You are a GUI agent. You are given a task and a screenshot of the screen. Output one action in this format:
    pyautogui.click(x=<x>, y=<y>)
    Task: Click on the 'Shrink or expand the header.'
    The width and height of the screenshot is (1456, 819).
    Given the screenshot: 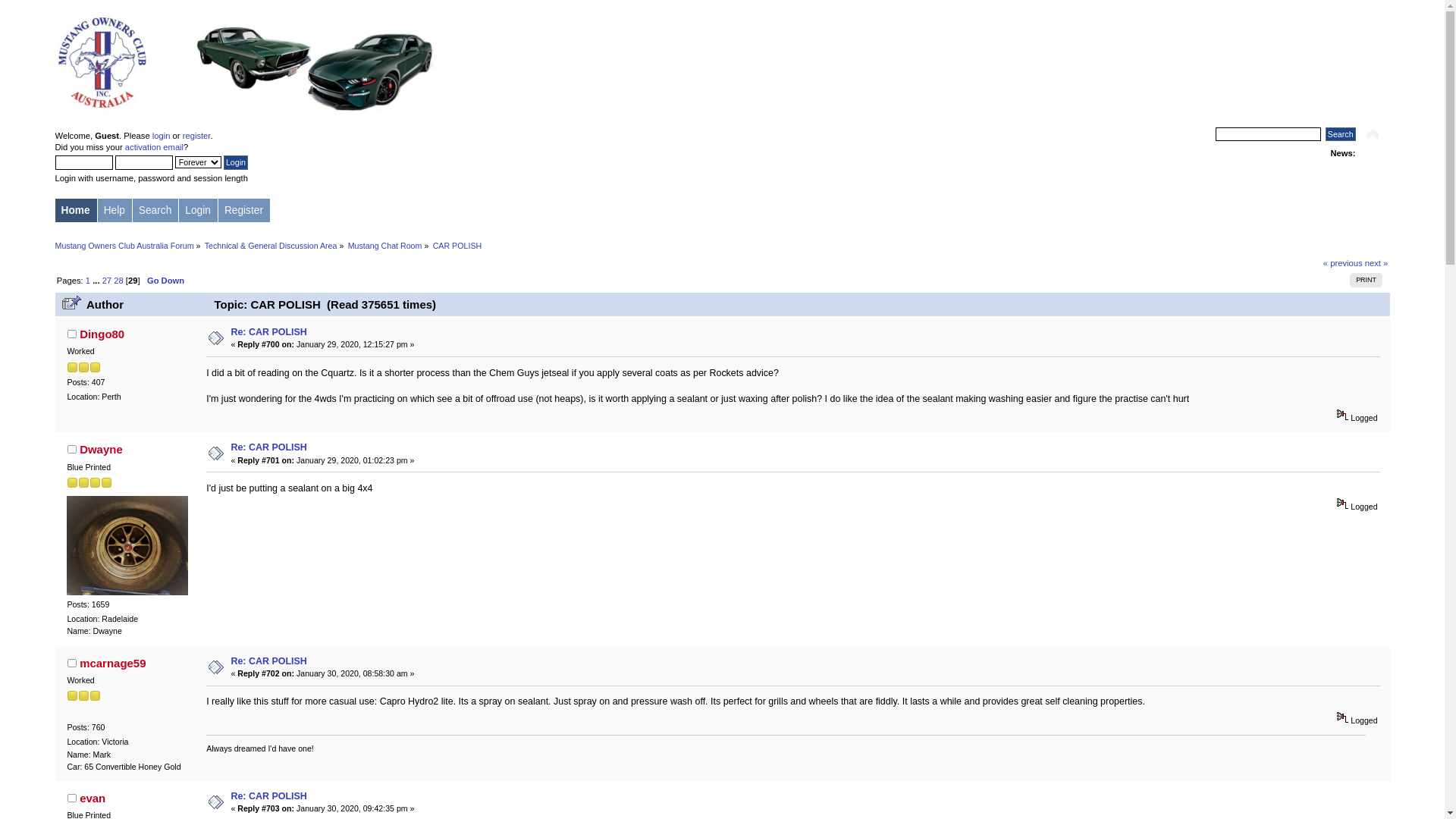 What is the action you would take?
    pyautogui.click(x=1372, y=133)
    